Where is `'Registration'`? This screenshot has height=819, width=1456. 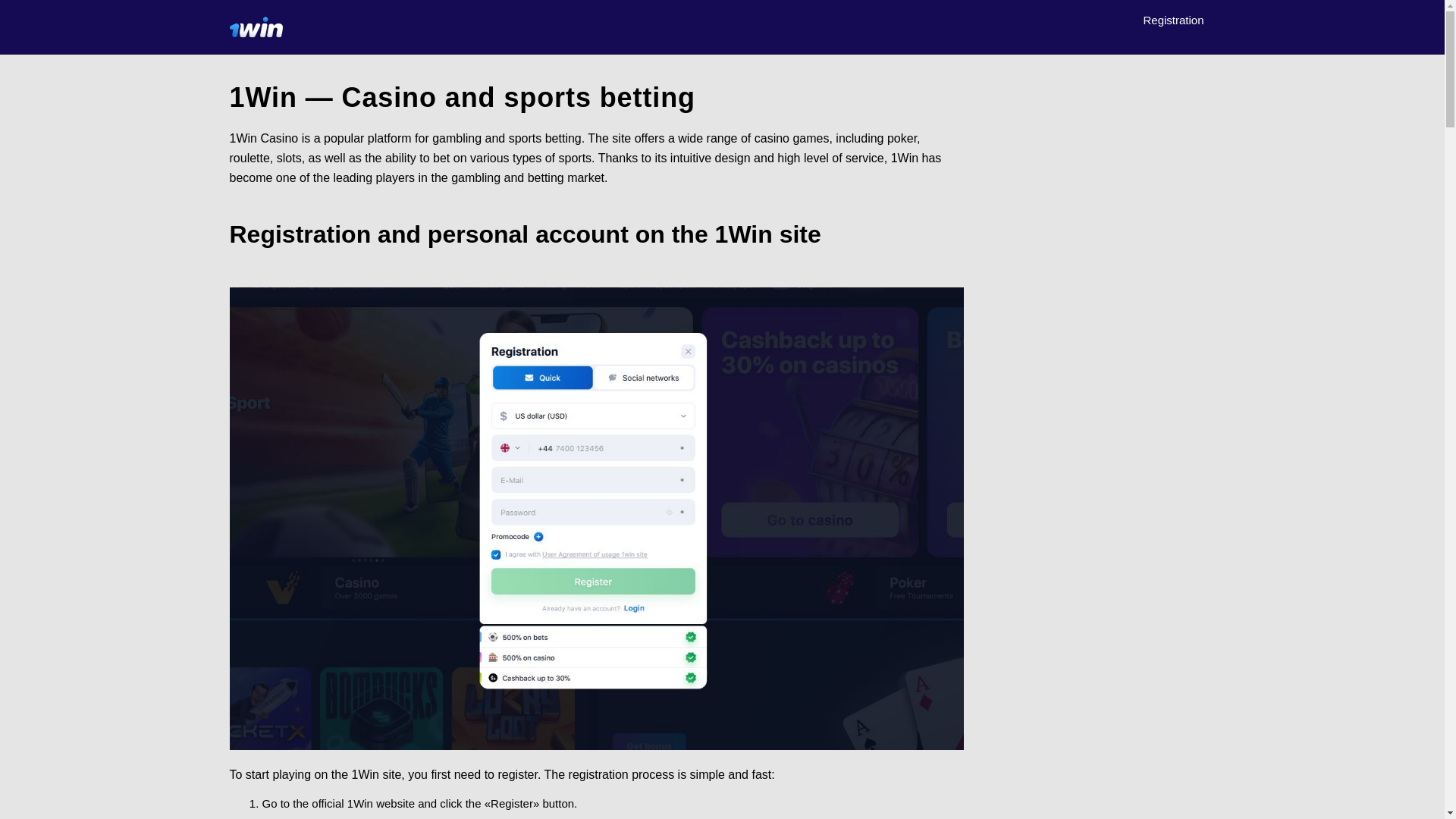
'Registration' is located at coordinates (1172, 20).